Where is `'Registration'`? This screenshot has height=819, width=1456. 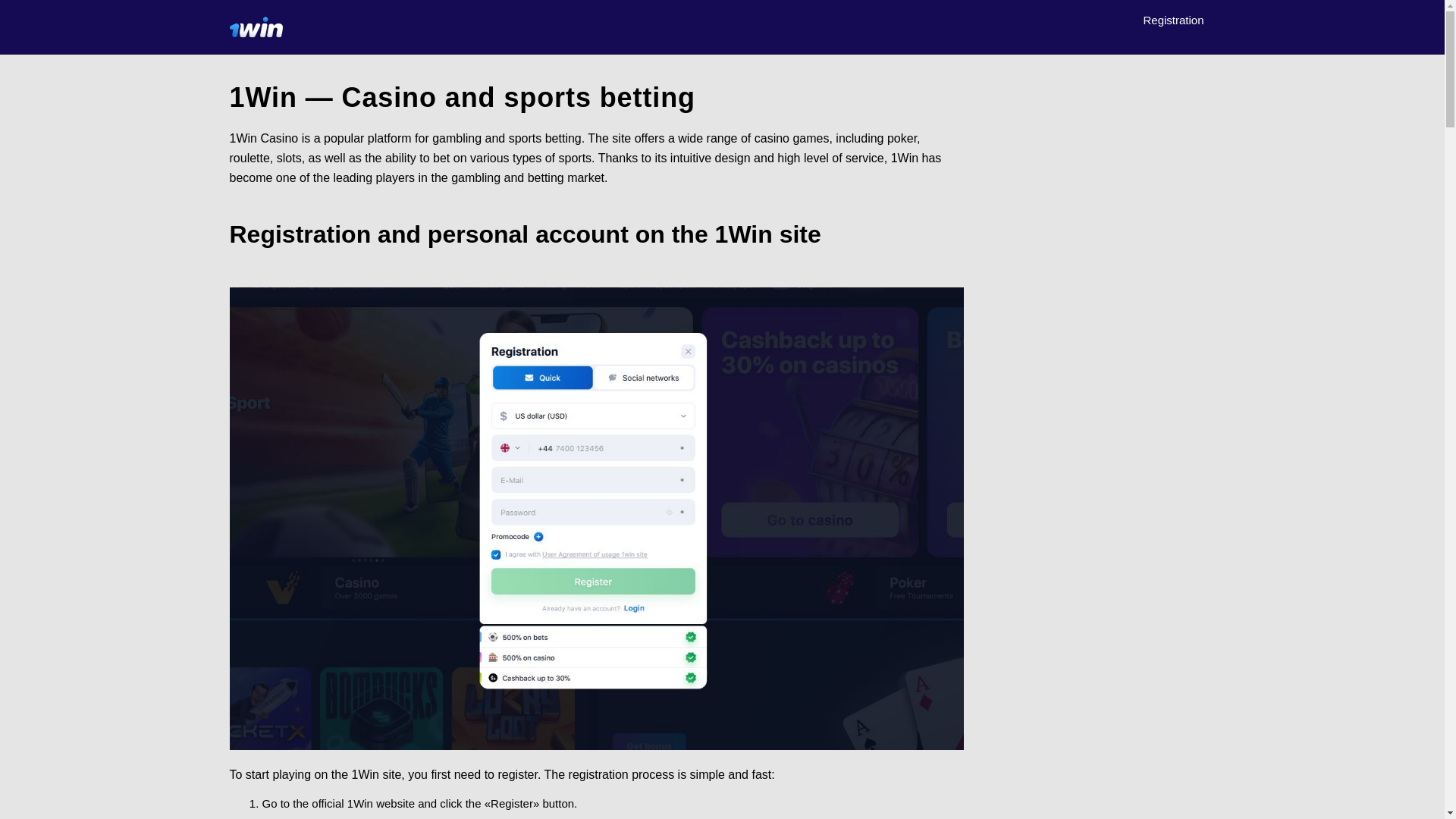
'Registration' is located at coordinates (1172, 20).